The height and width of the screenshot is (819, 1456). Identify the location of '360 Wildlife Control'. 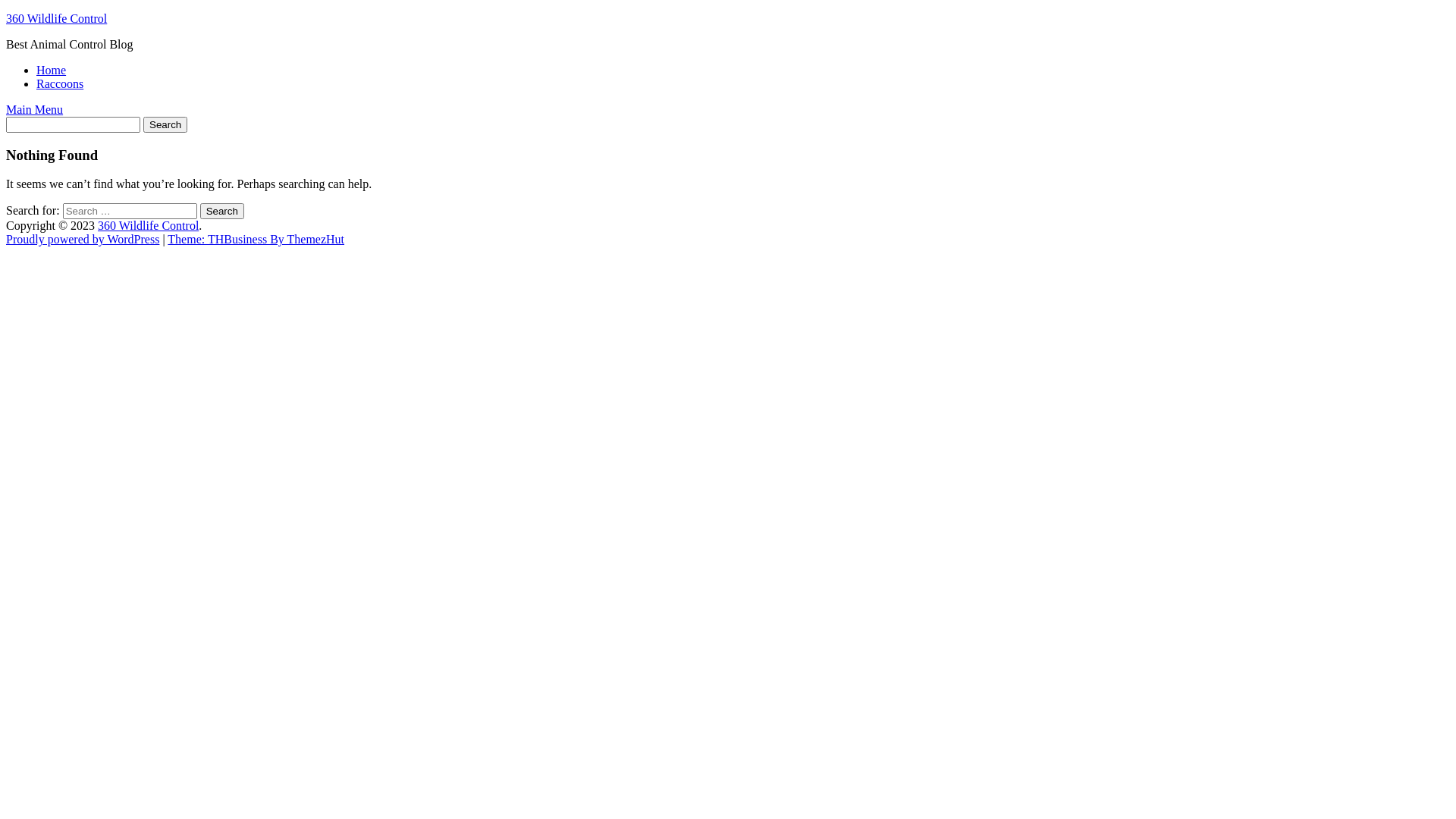
(56, 18).